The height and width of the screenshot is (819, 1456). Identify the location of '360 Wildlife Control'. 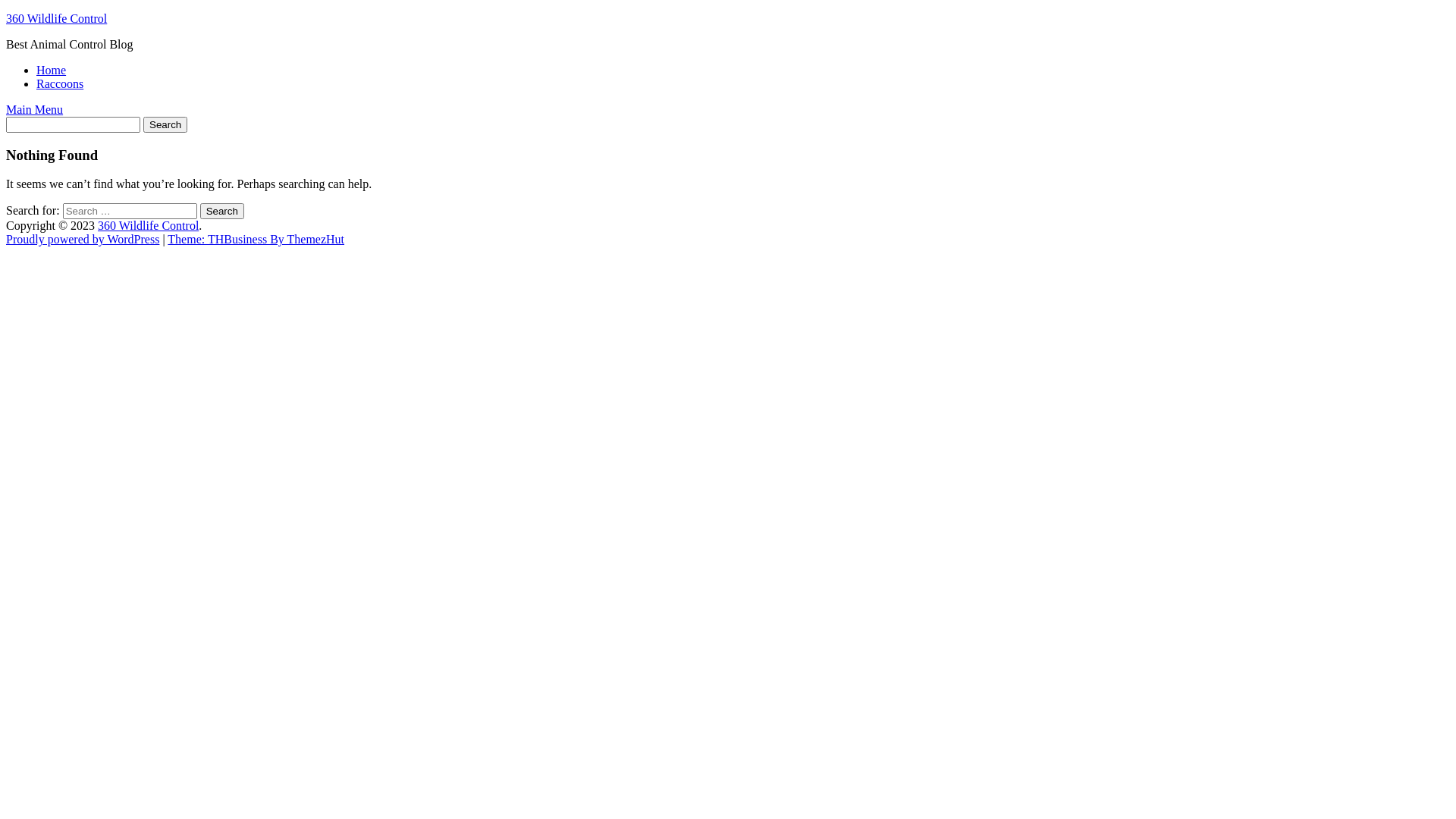
(56, 18).